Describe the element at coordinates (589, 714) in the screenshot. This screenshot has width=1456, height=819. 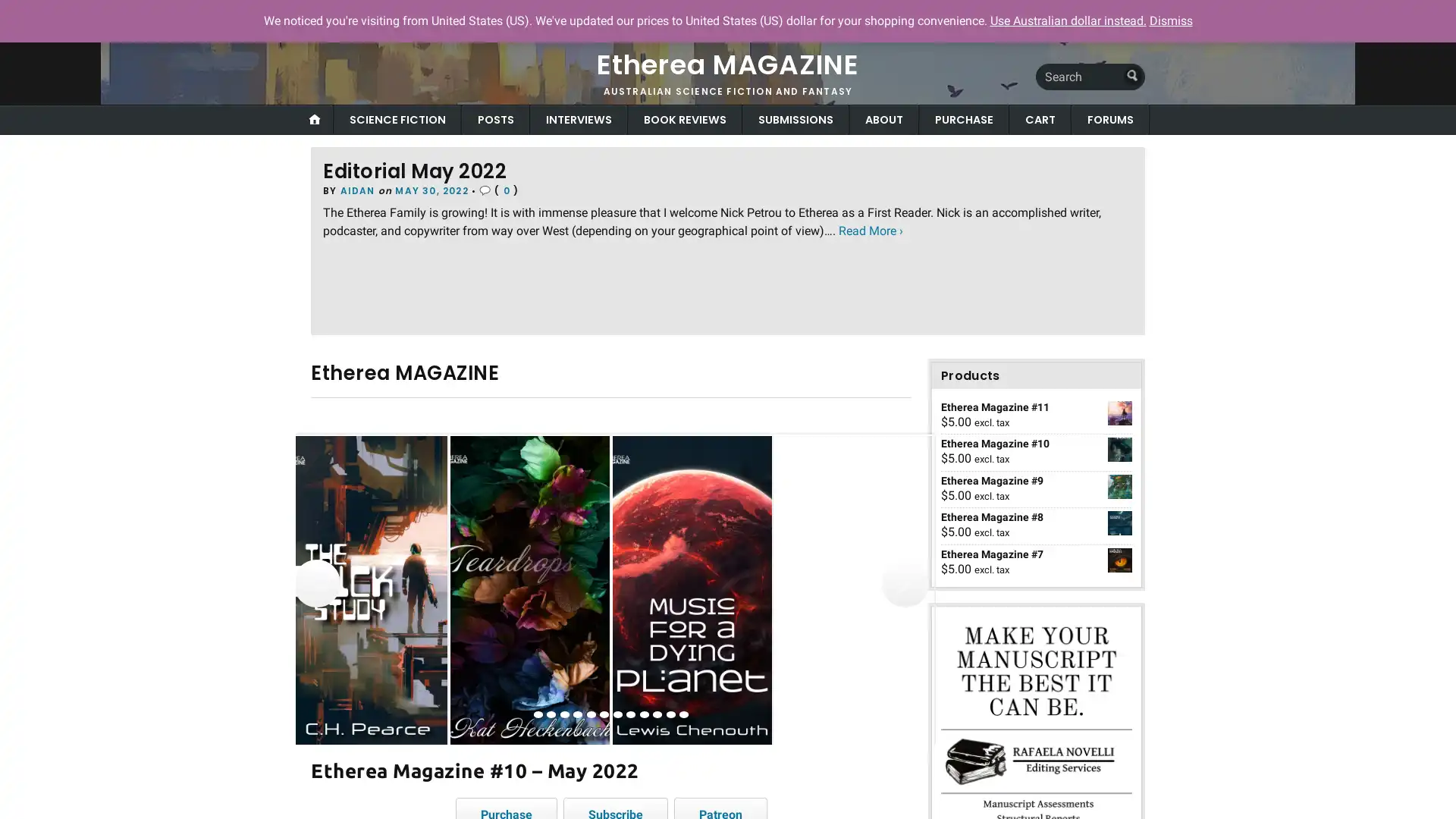
I see `view image 5 of 12 in carousel` at that location.